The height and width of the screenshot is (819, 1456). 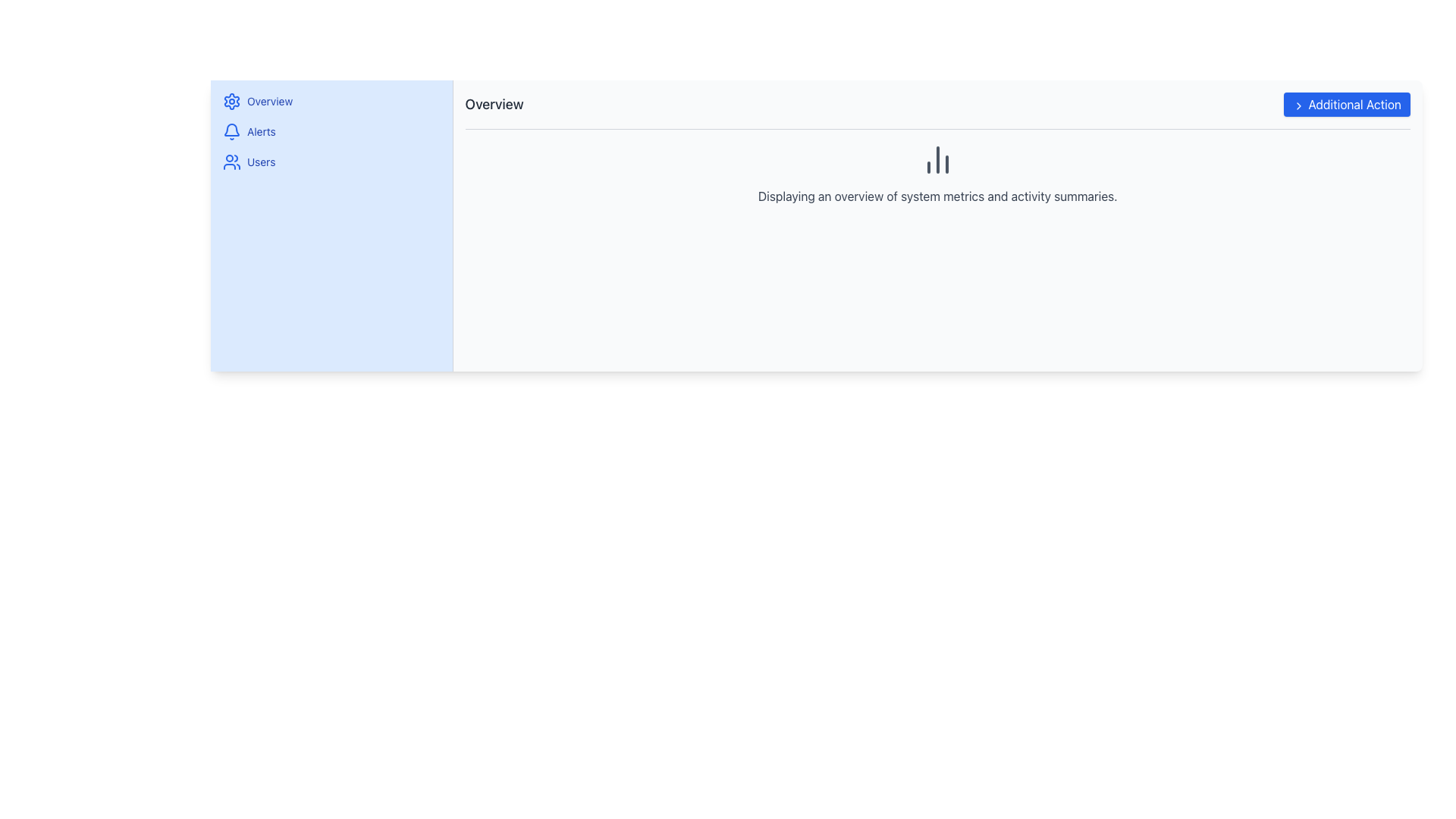 I want to click on the settings icon located at the navigation area, so click(x=231, y=102).